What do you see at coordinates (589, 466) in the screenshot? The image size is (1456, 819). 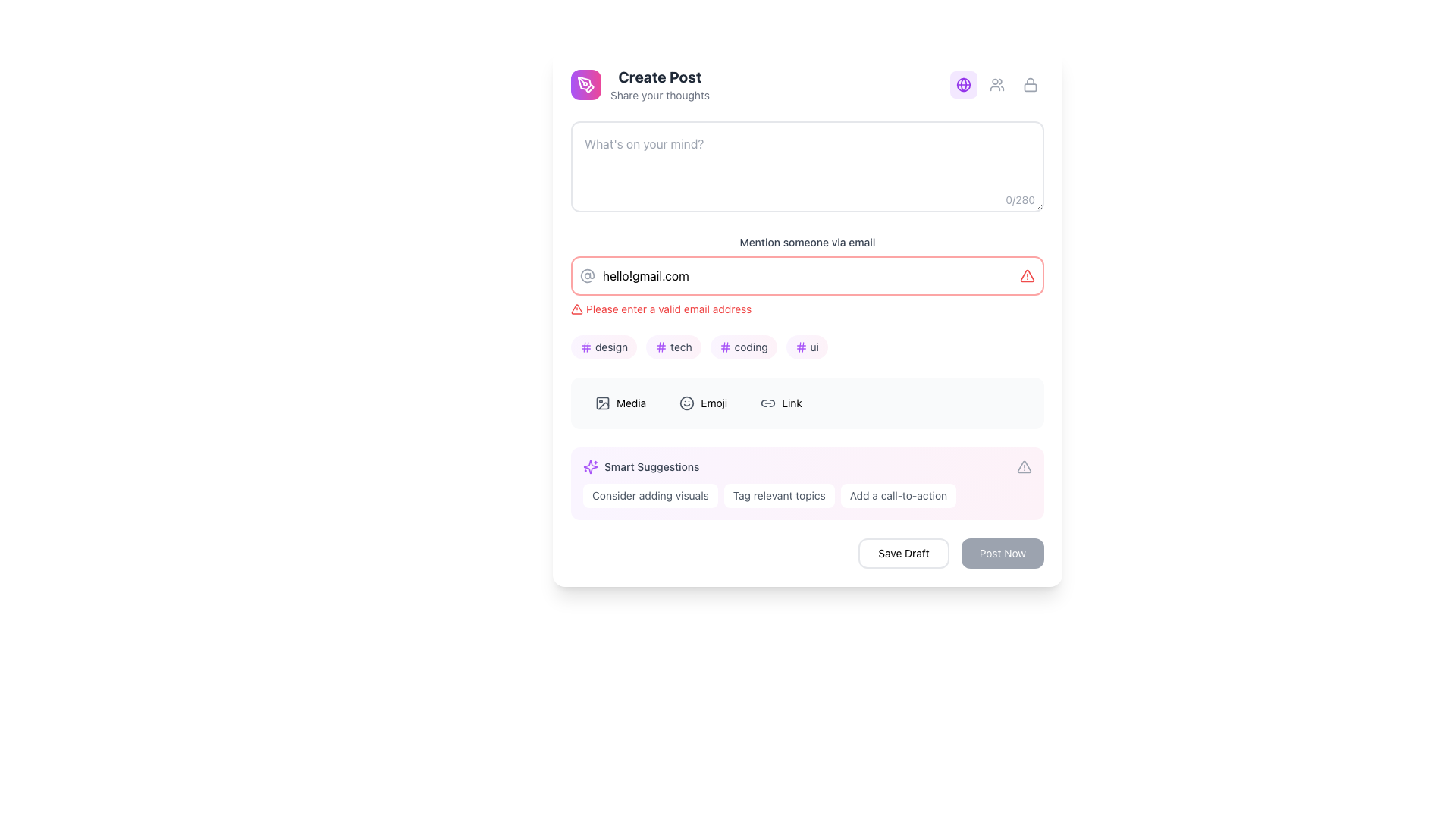 I see `the purple sparkle icon located in the 'Smart Suggestions' section, which is positioned to the left of the text 'Smart Suggestions'` at bounding box center [589, 466].